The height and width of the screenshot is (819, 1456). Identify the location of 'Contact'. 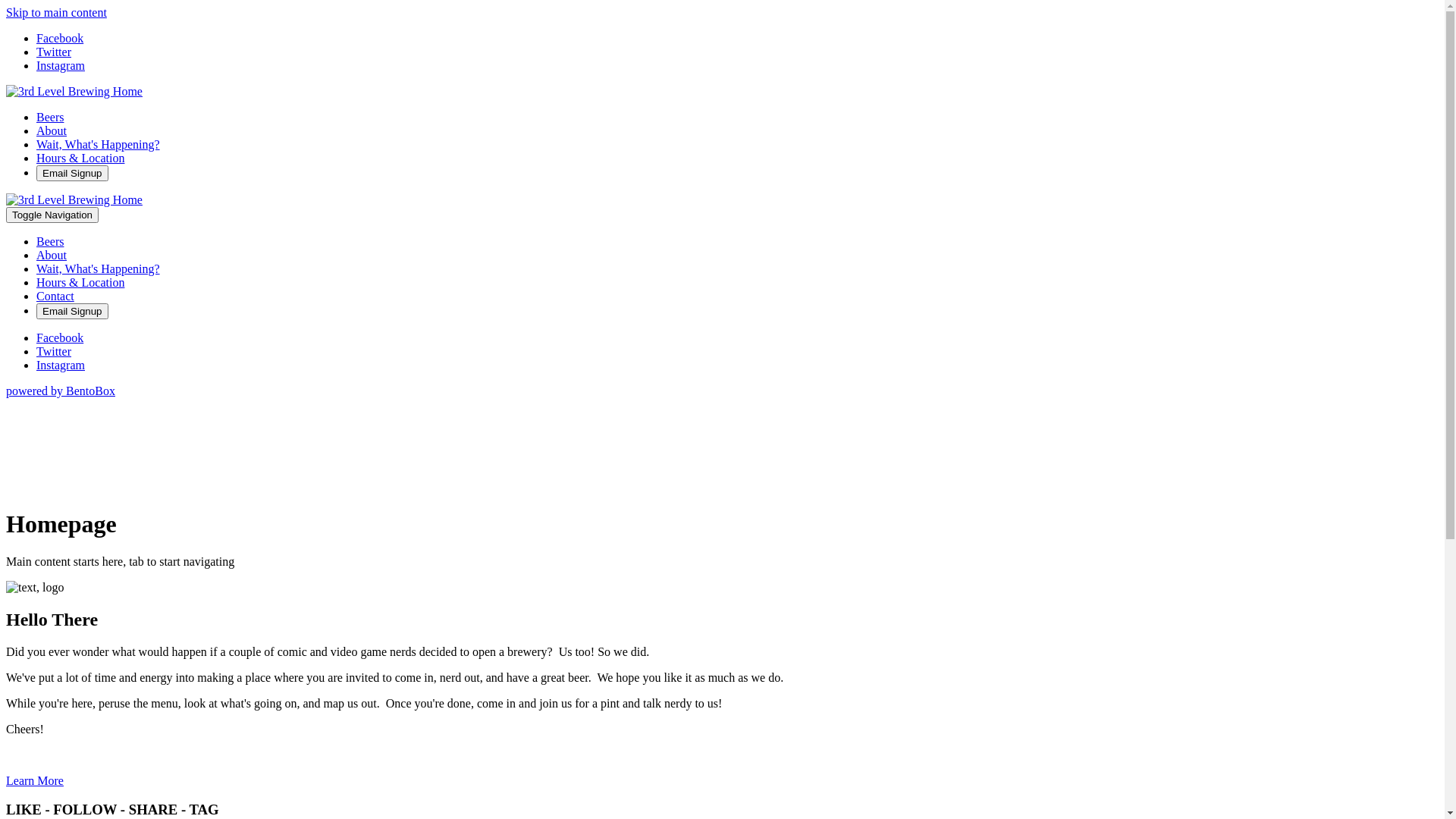
(36, 296).